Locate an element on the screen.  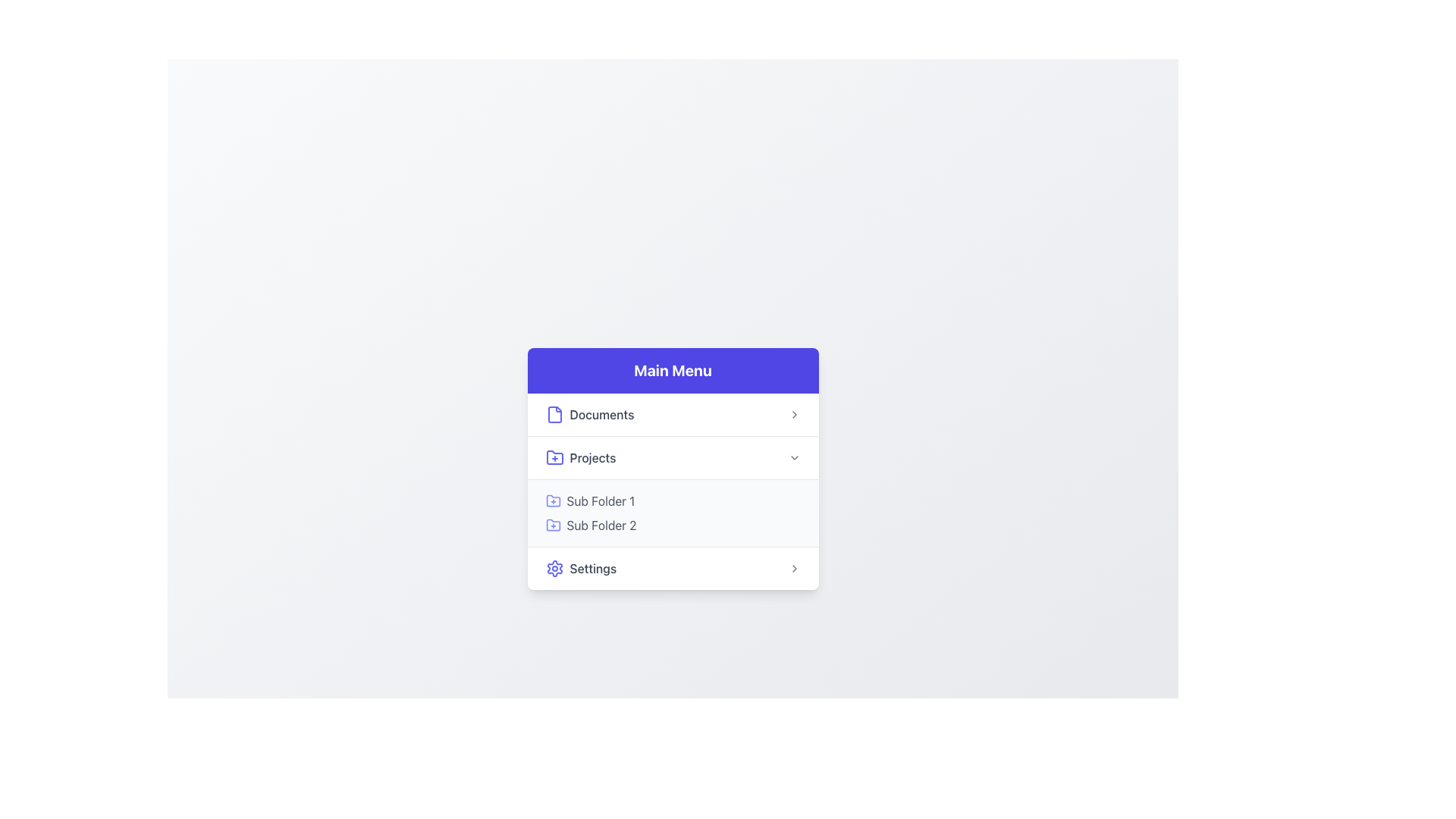
the collapsible menu item under the 'Projects' section of the 'Main Menu' is located at coordinates (672, 491).